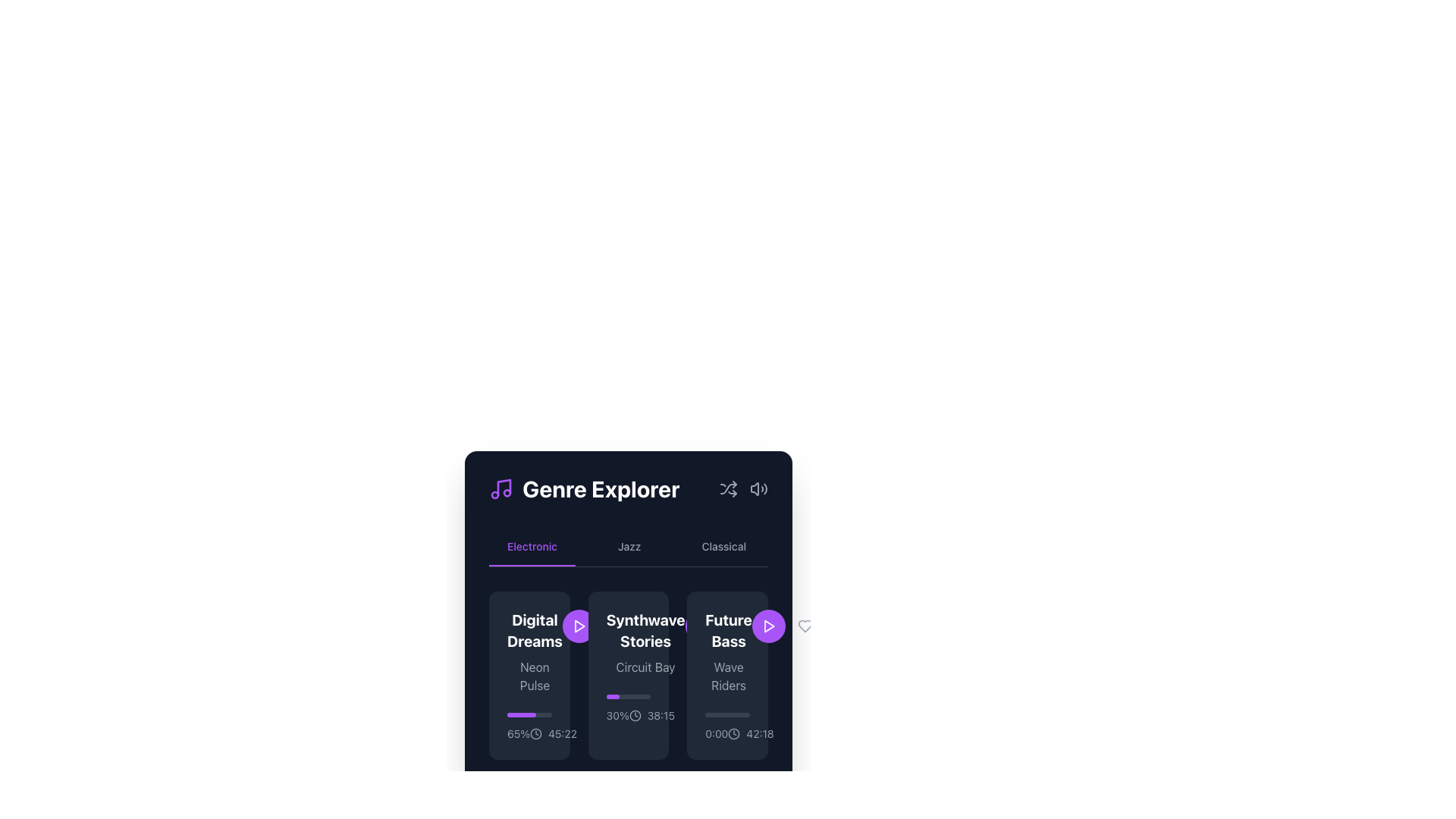  What do you see at coordinates (600, 488) in the screenshot?
I see `the text label displaying 'Genre Explorer', which is a prominent header in bold white font located in the central upper section of the card-like interface` at bounding box center [600, 488].